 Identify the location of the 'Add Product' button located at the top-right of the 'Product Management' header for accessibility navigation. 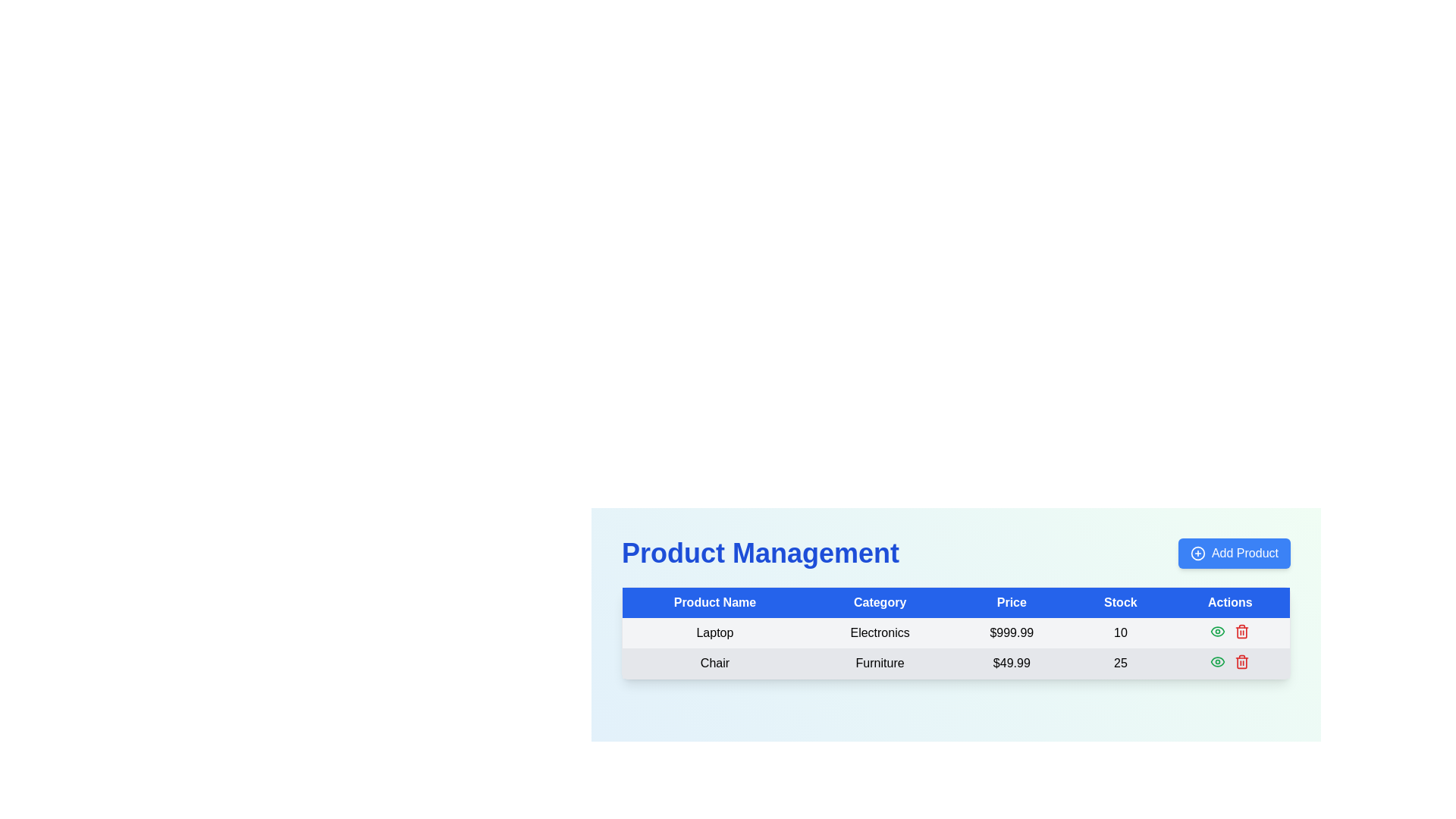
(1234, 553).